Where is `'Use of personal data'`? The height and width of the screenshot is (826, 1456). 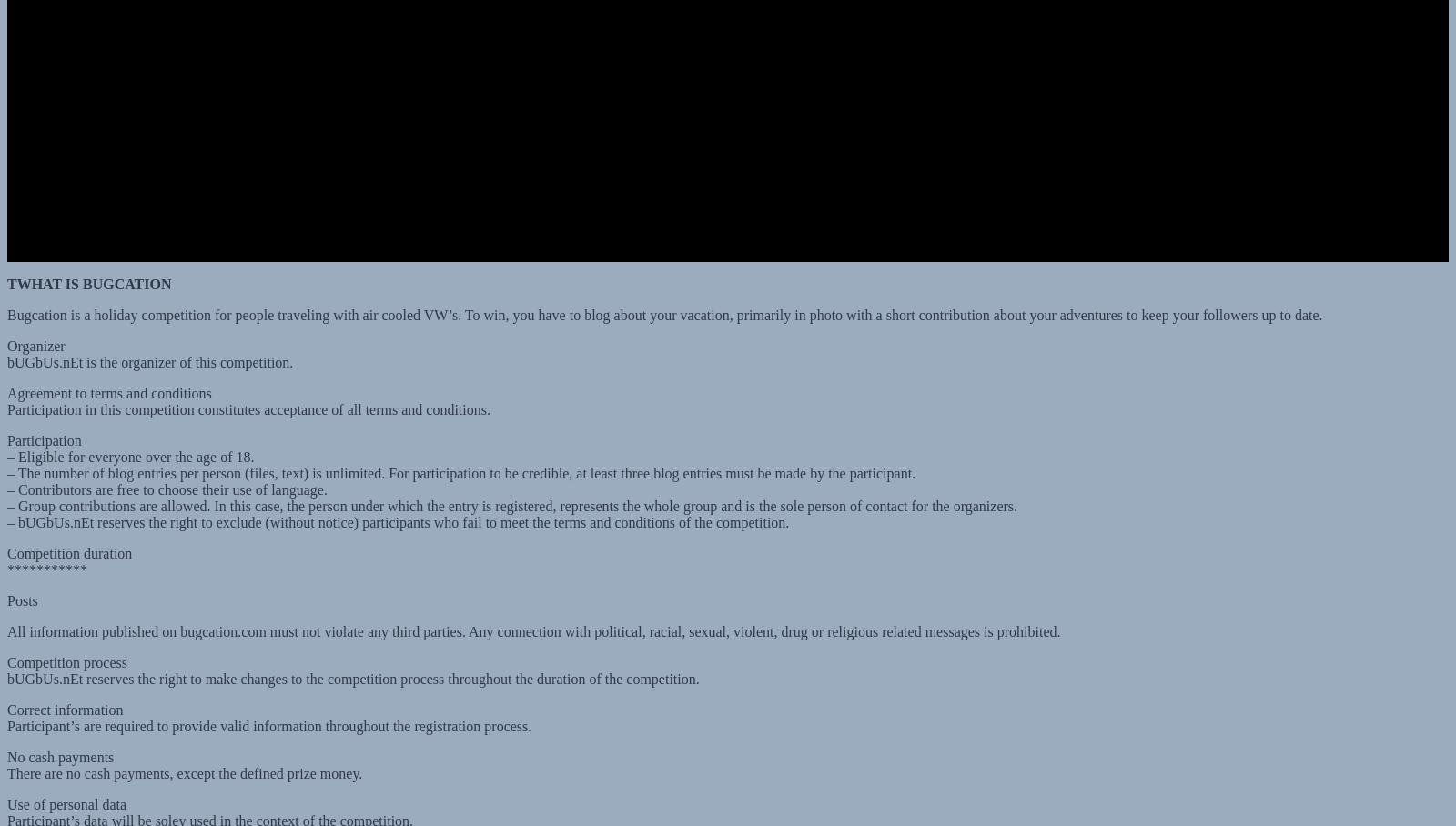 'Use of personal data' is located at coordinates (66, 786).